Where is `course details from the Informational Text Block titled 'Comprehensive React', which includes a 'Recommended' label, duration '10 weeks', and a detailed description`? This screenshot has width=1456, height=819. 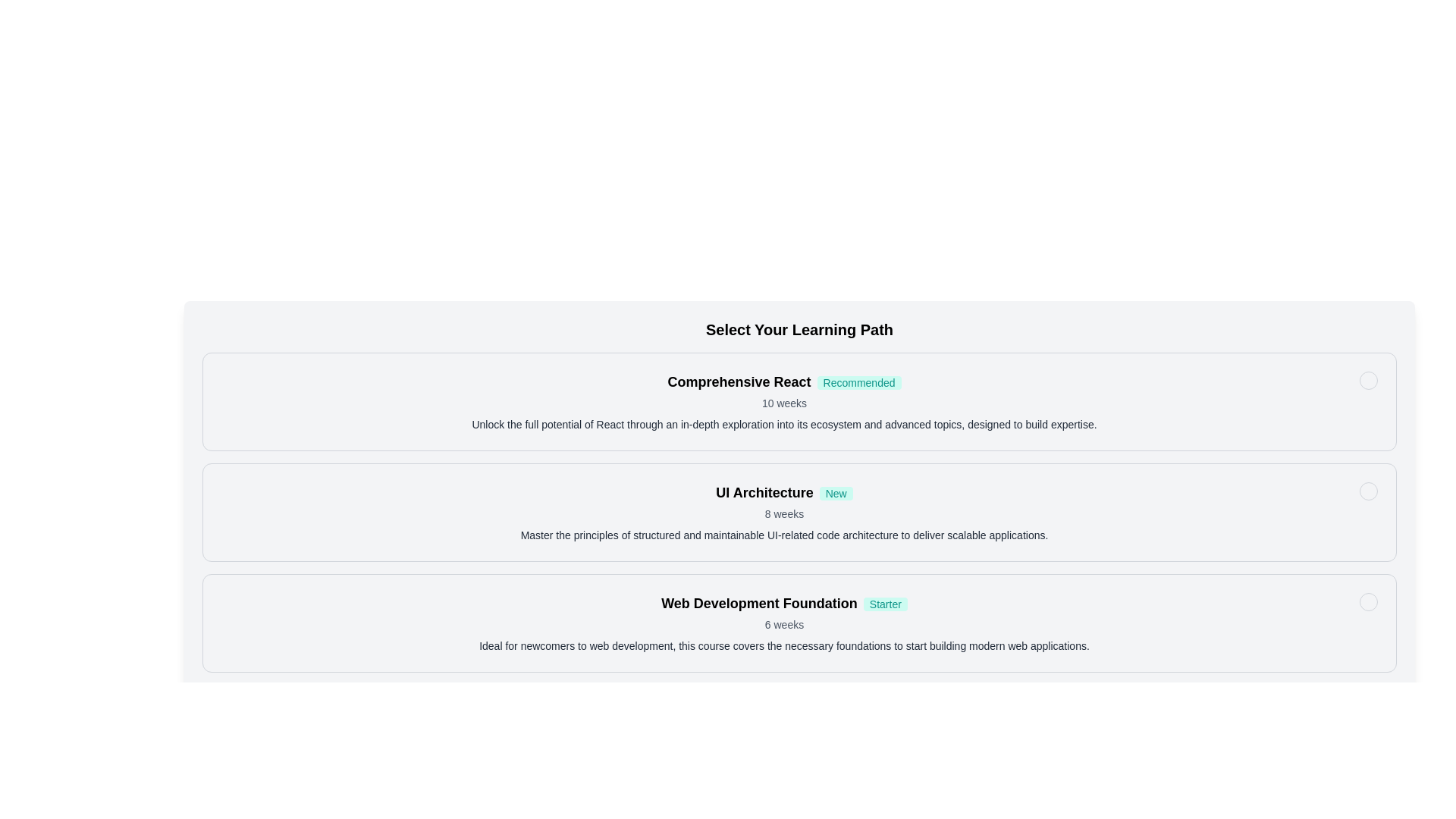 course details from the Informational Text Block titled 'Comprehensive React', which includes a 'Recommended' label, duration '10 weeks', and a detailed description is located at coordinates (784, 400).